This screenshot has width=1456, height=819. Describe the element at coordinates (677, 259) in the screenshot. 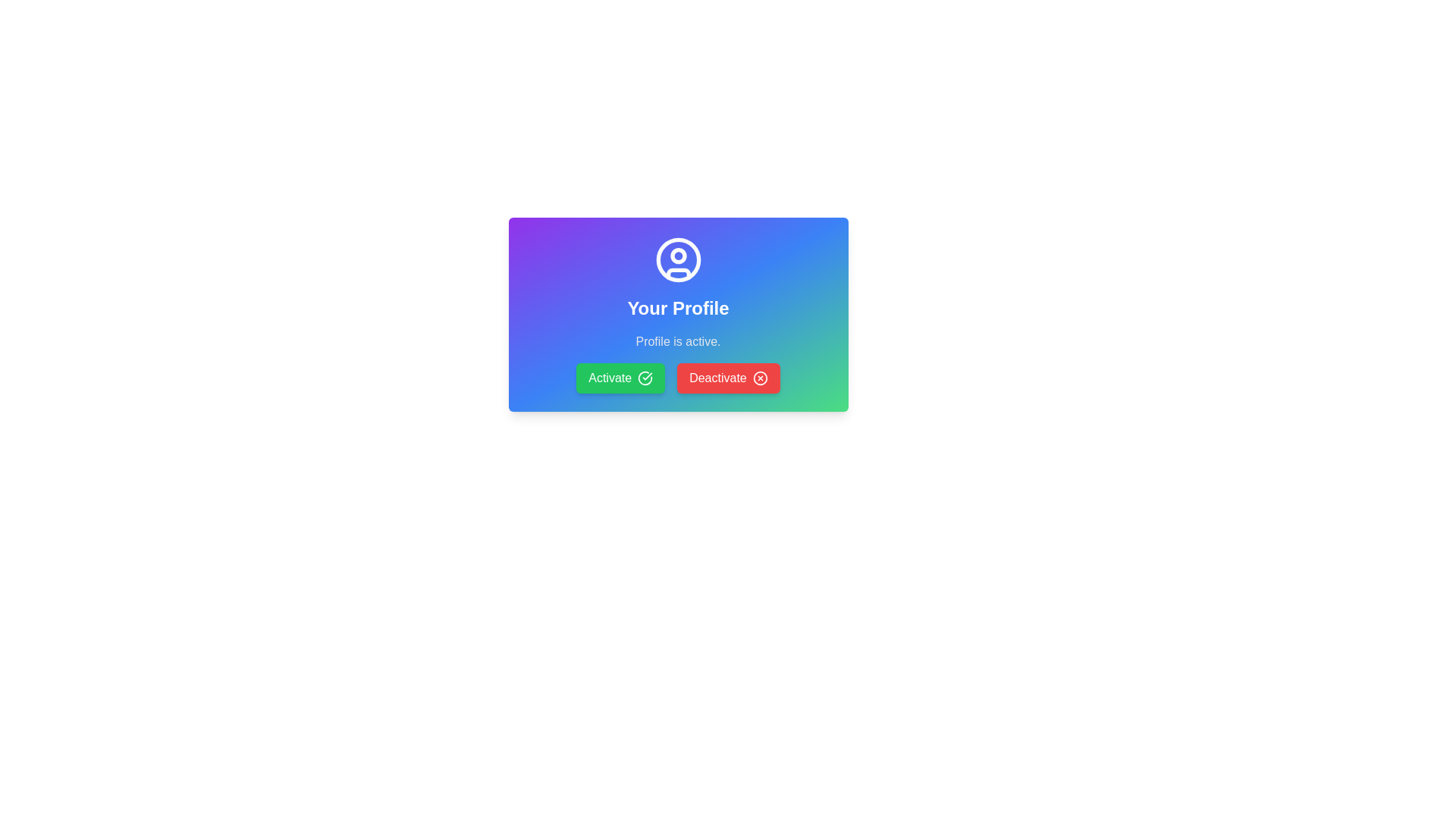

I see `the circular user profile icon with a white stroke on a gradient blue-purple background, located above the title 'Your Profile' in the card layout` at that location.